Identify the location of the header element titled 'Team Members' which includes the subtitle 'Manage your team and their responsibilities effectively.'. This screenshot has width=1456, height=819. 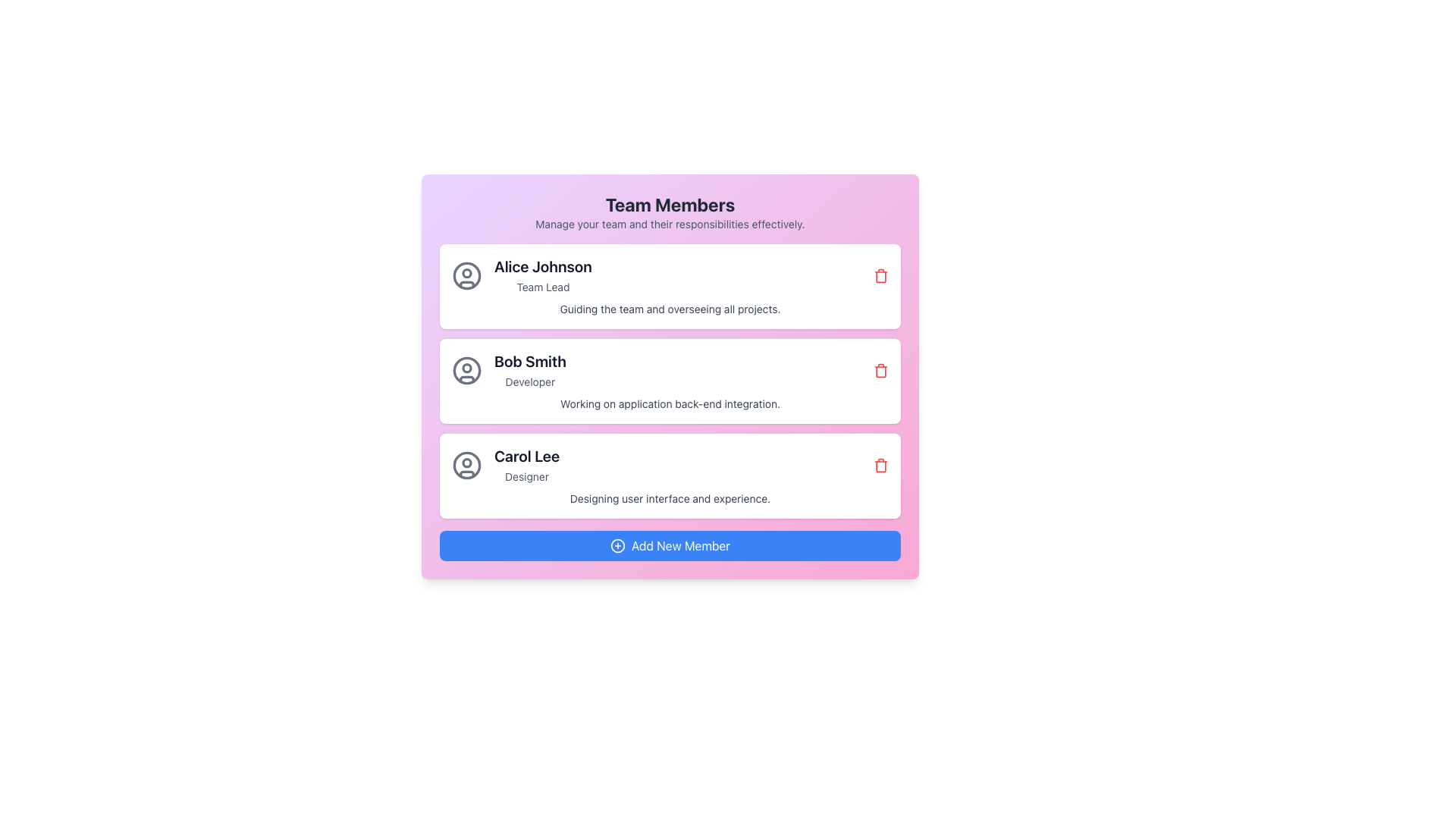
(669, 212).